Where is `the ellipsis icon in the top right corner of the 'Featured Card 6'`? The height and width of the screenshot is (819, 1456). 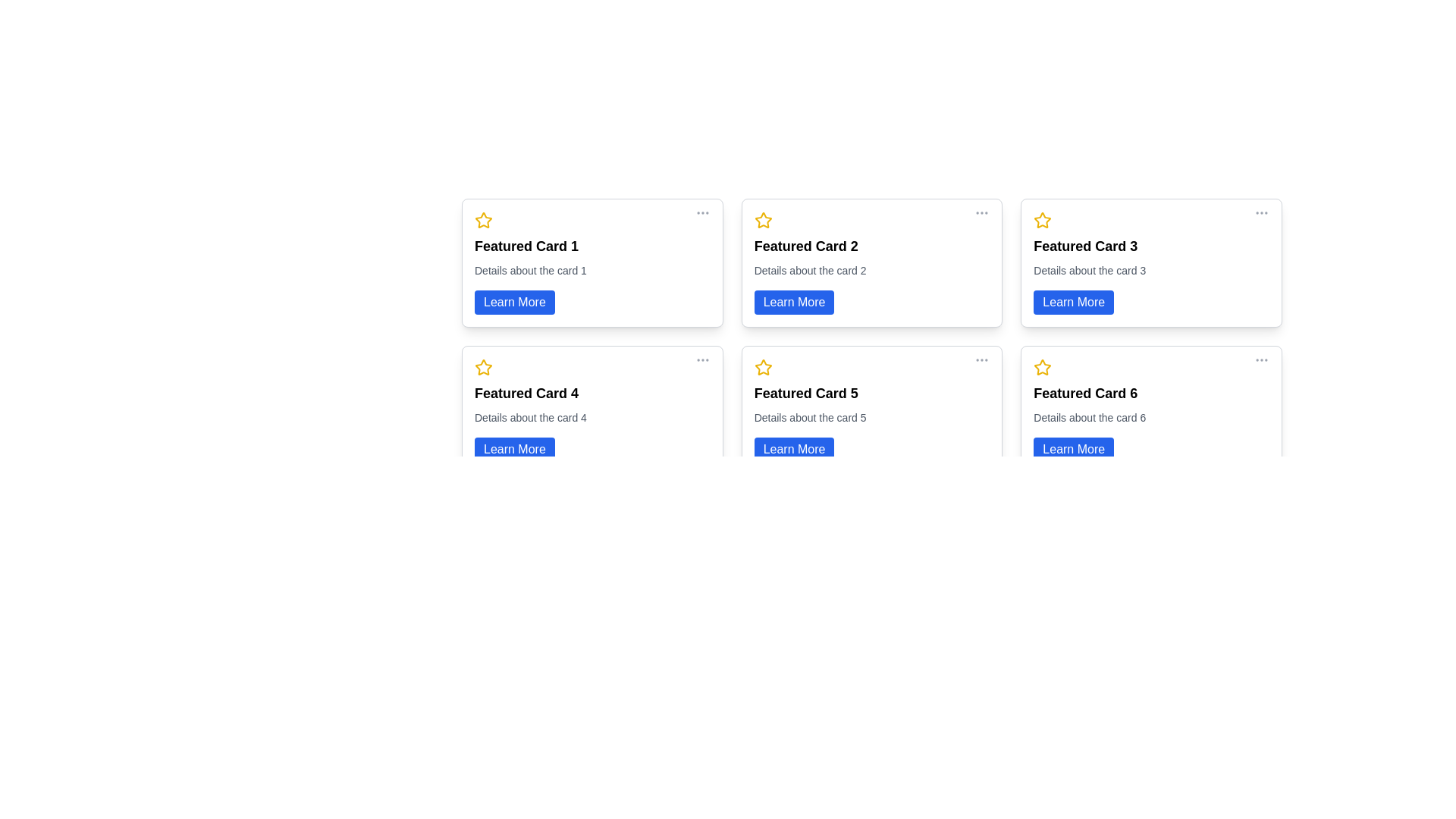 the ellipsis icon in the top right corner of the 'Featured Card 6' is located at coordinates (1262, 359).